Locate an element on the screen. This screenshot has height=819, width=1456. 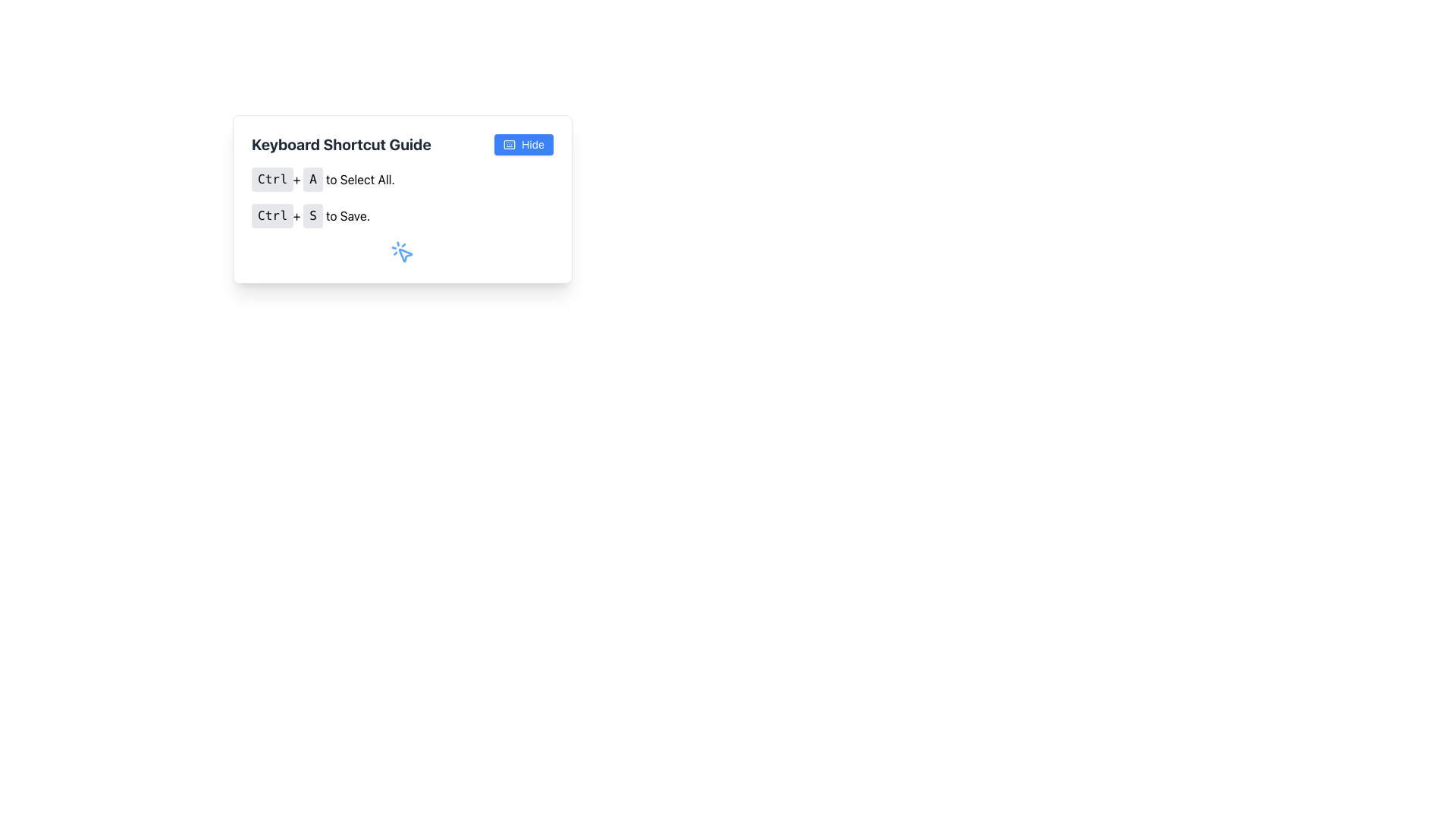
the 'Ctrl' key display element in the keyboard shortcut guide interface, which is the first button-like component in the second line is located at coordinates (272, 216).